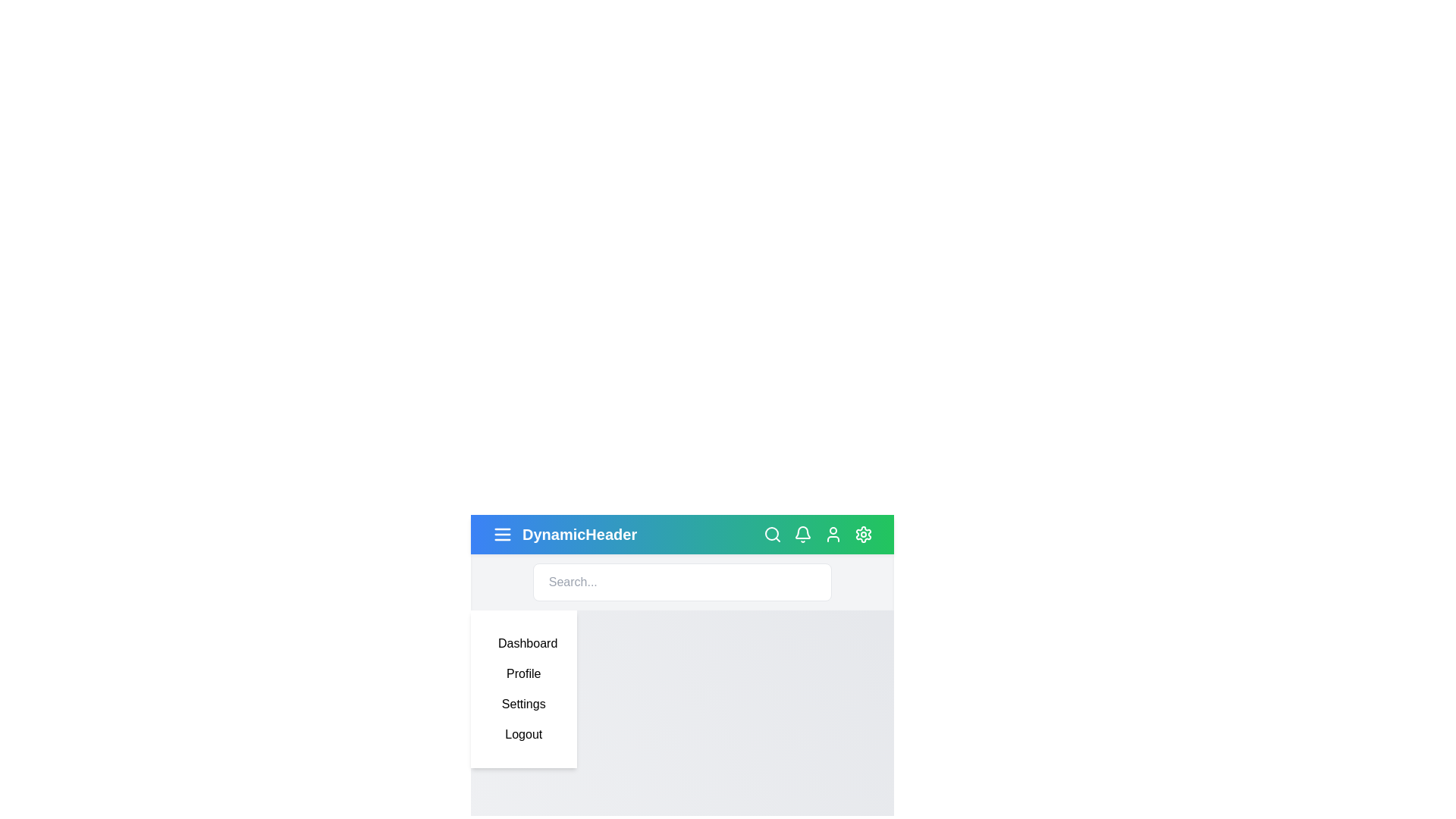 This screenshot has width=1456, height=819. Describe the element at coordinates (863, 534) in the screenshot. I see `the settings icon in the header bar` at that location.